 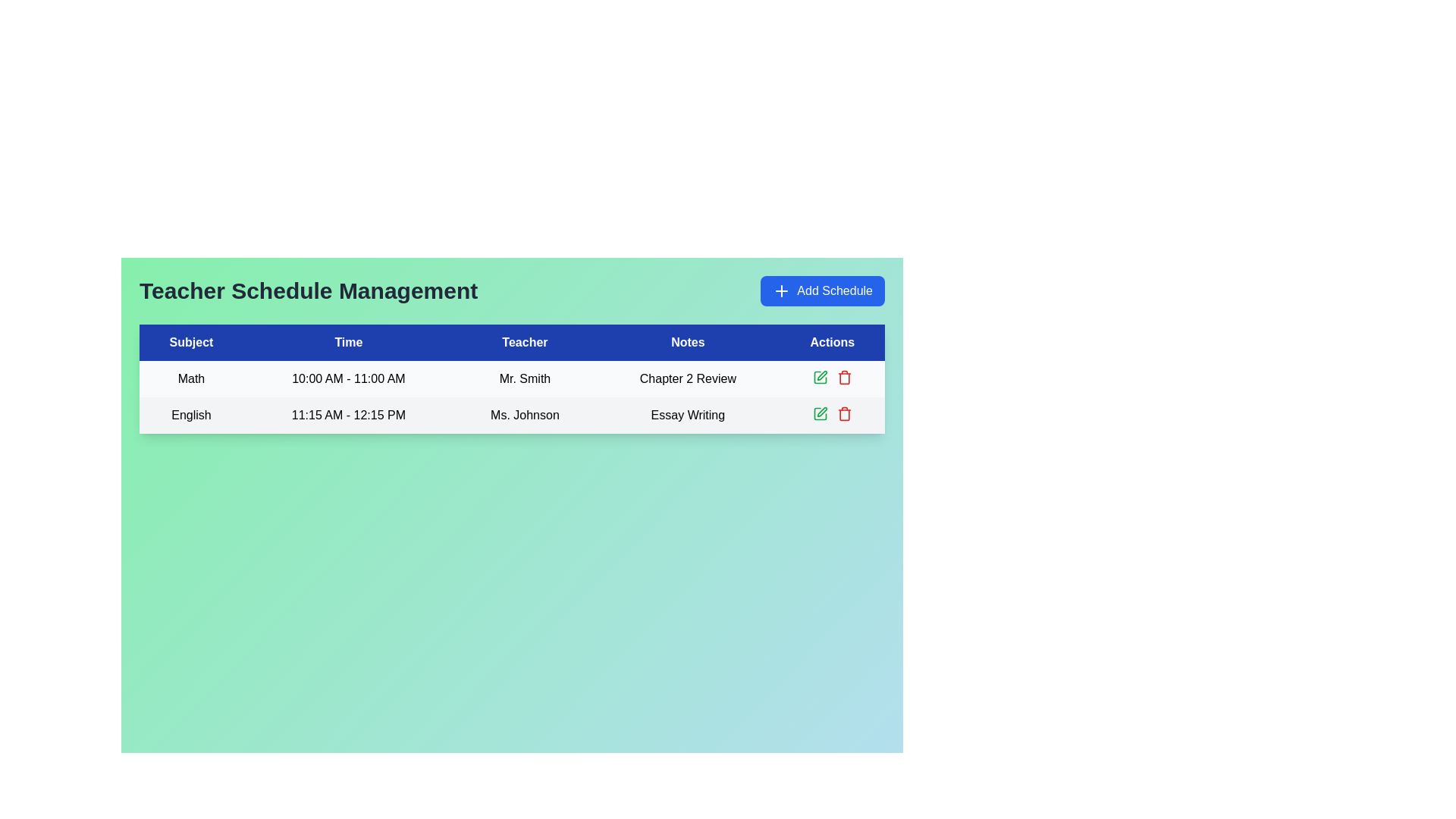 What do you see at coordinates (843, 414) in the screenshot?
I see `the delete button located in the 'Actions' column of the second row in the table to initiate the delete action` at bounding box center [843, 414].